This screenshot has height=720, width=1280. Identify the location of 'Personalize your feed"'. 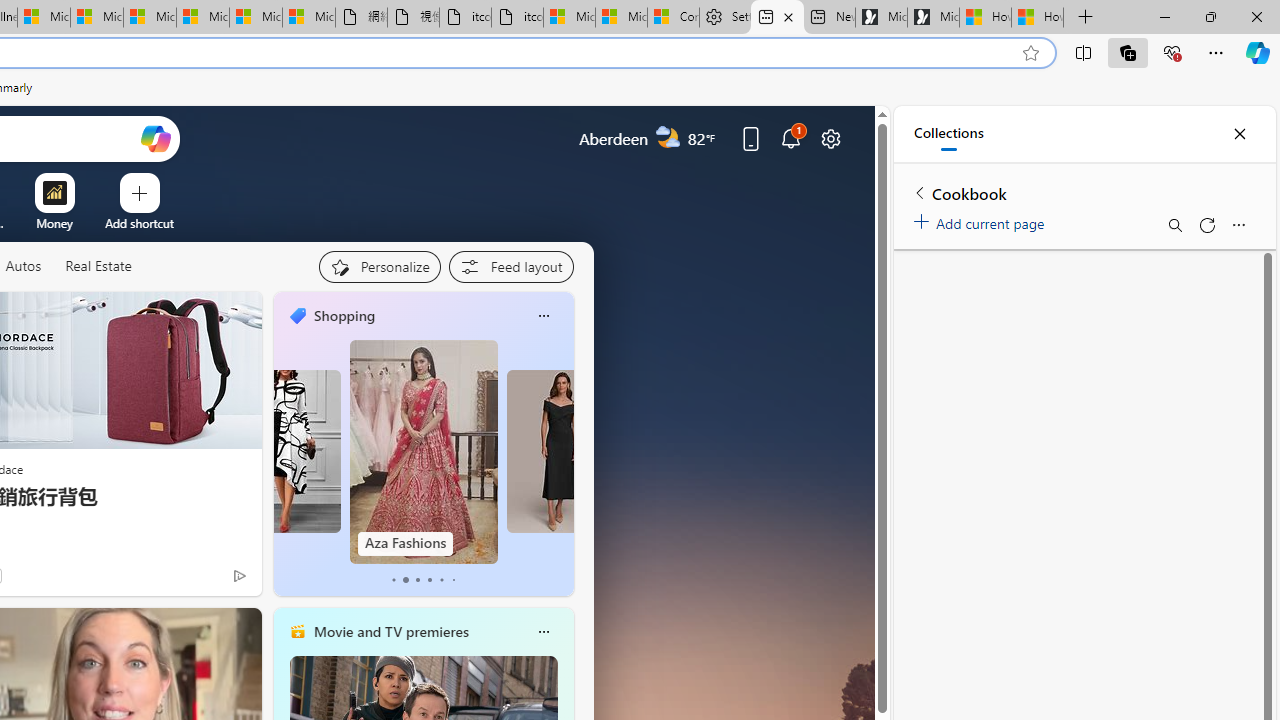
(379, 266).